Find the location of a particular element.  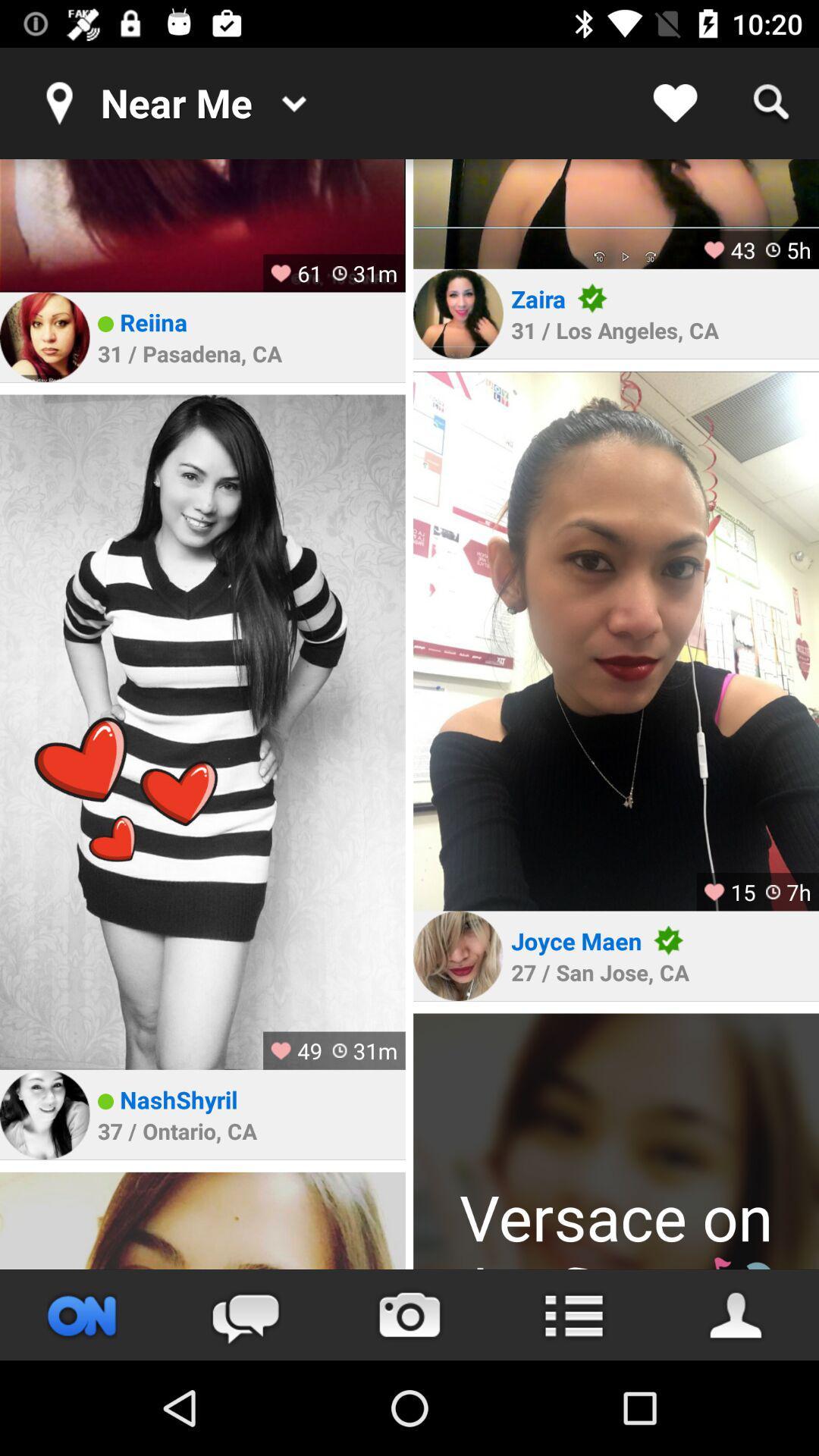

the zaira is located at coordinates (538, 299).